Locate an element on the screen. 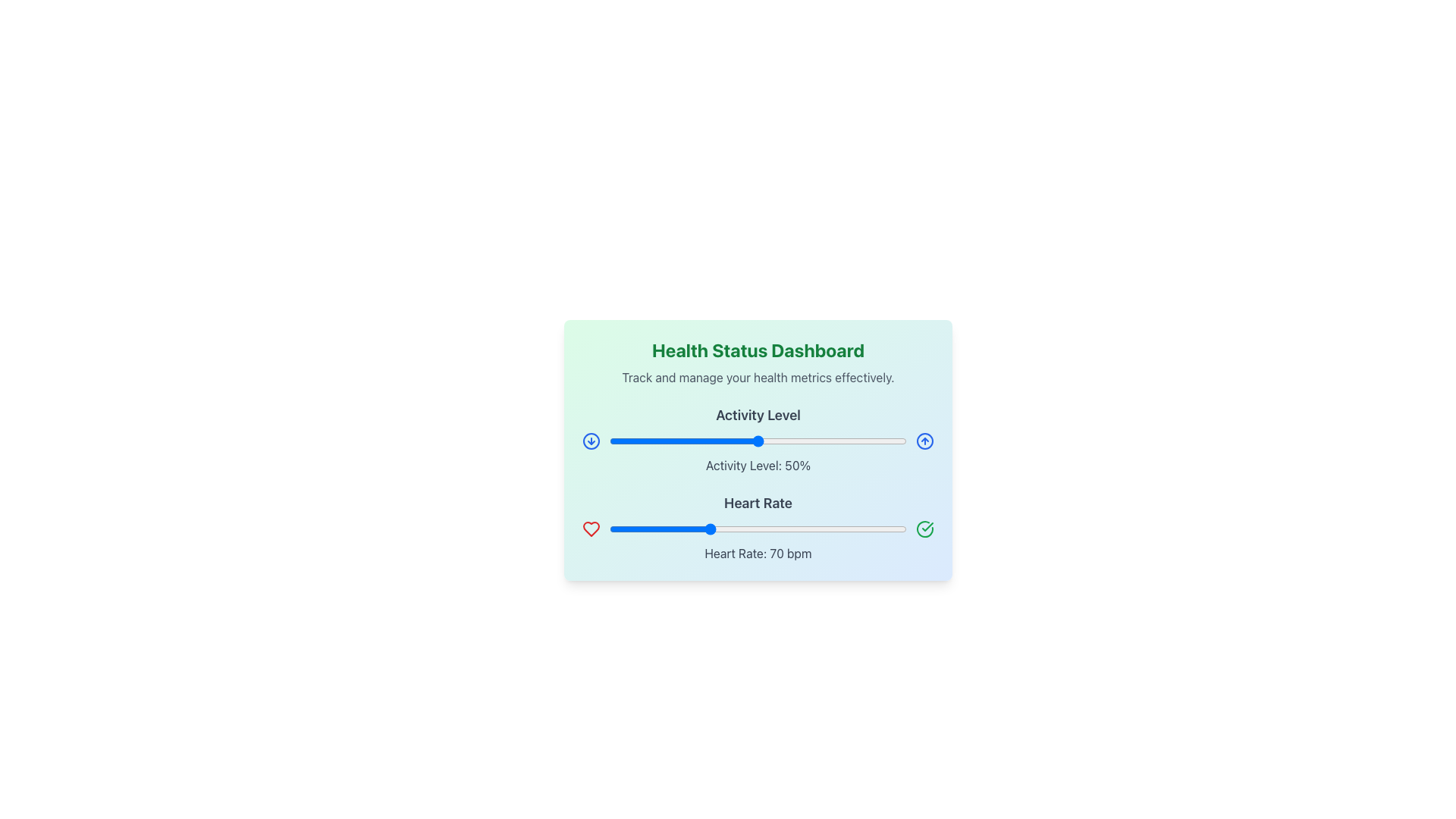 Image resolution: width=1456 pixels, height=819 pixels. the informative text element that provides a motivational message about health metrics, located below the 'Health Status Dashboard' header is located at coordinates (758, 376).